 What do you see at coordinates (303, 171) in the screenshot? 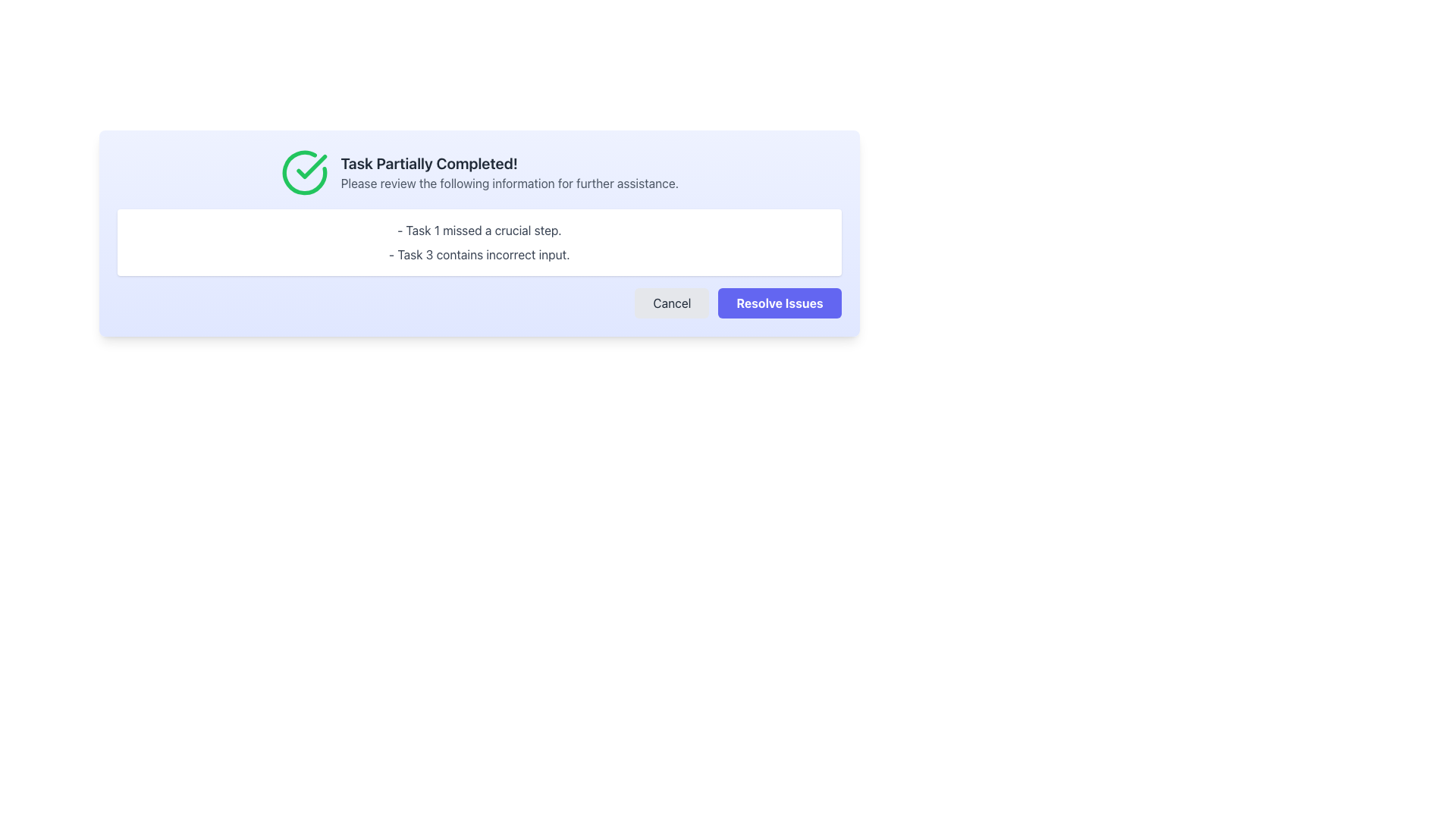
I see `the circular icon with a green stroke and checkmark, which indicates action confirmation, located to the left of the text 'Task Partially Completed!'` at bounding box center [303, 171].